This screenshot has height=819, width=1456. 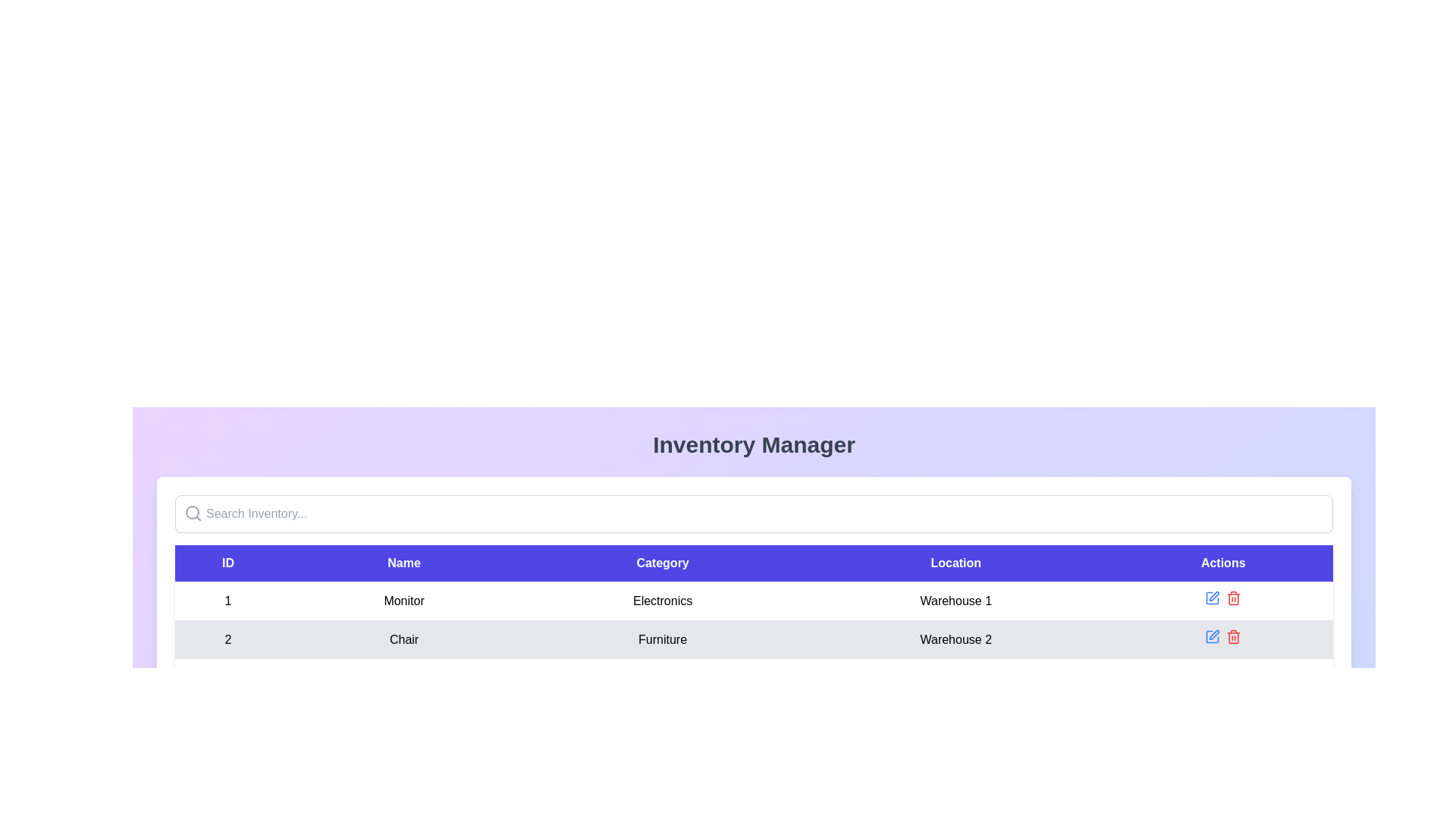 What do you see at coordinates (403, 600) in the screenshot?
I see `the text element displaying 'Monitor' in the first data row of the table under the 'Name' column` at bounding box center [403, 600].